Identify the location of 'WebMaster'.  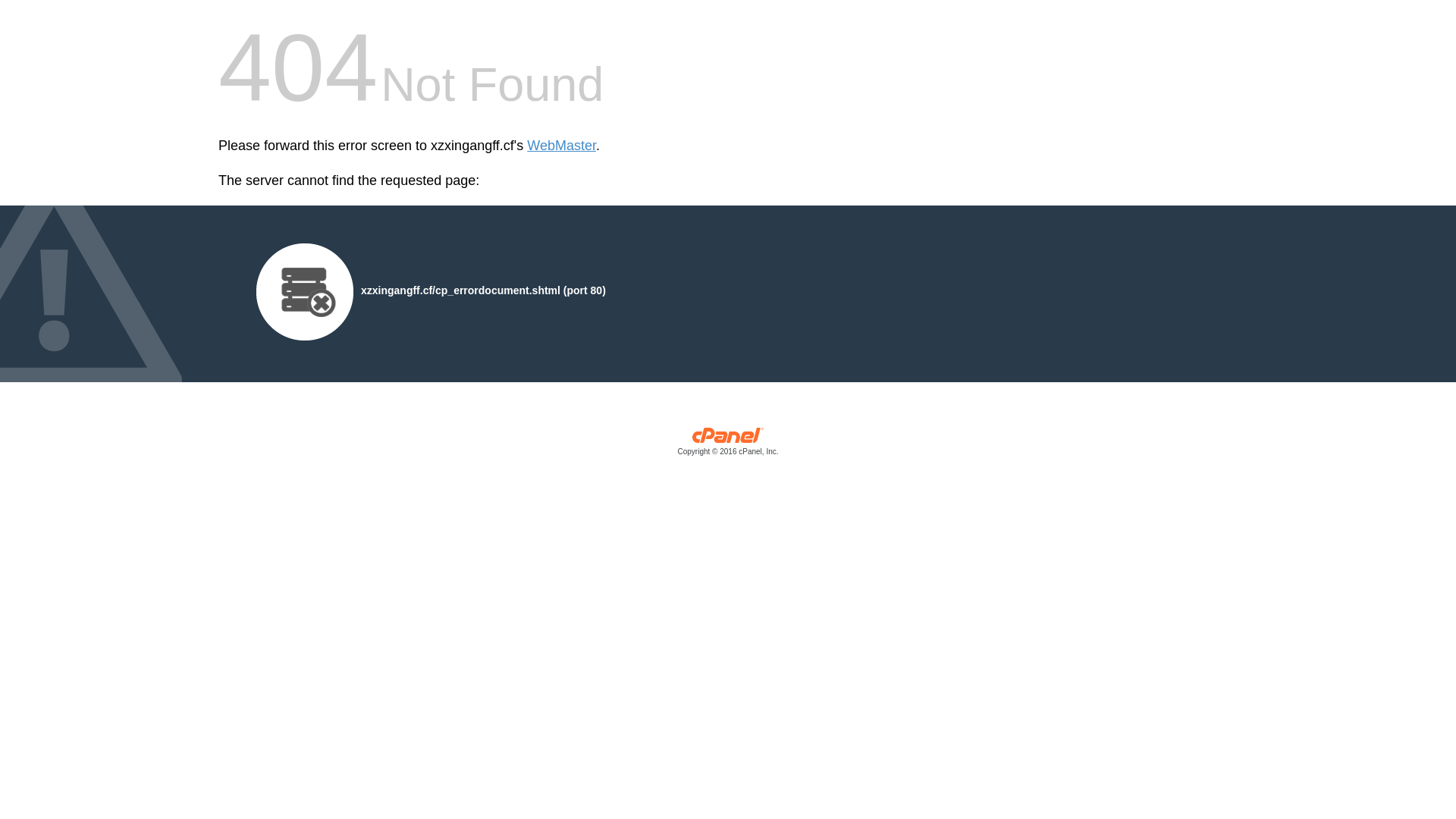
(560, 146).